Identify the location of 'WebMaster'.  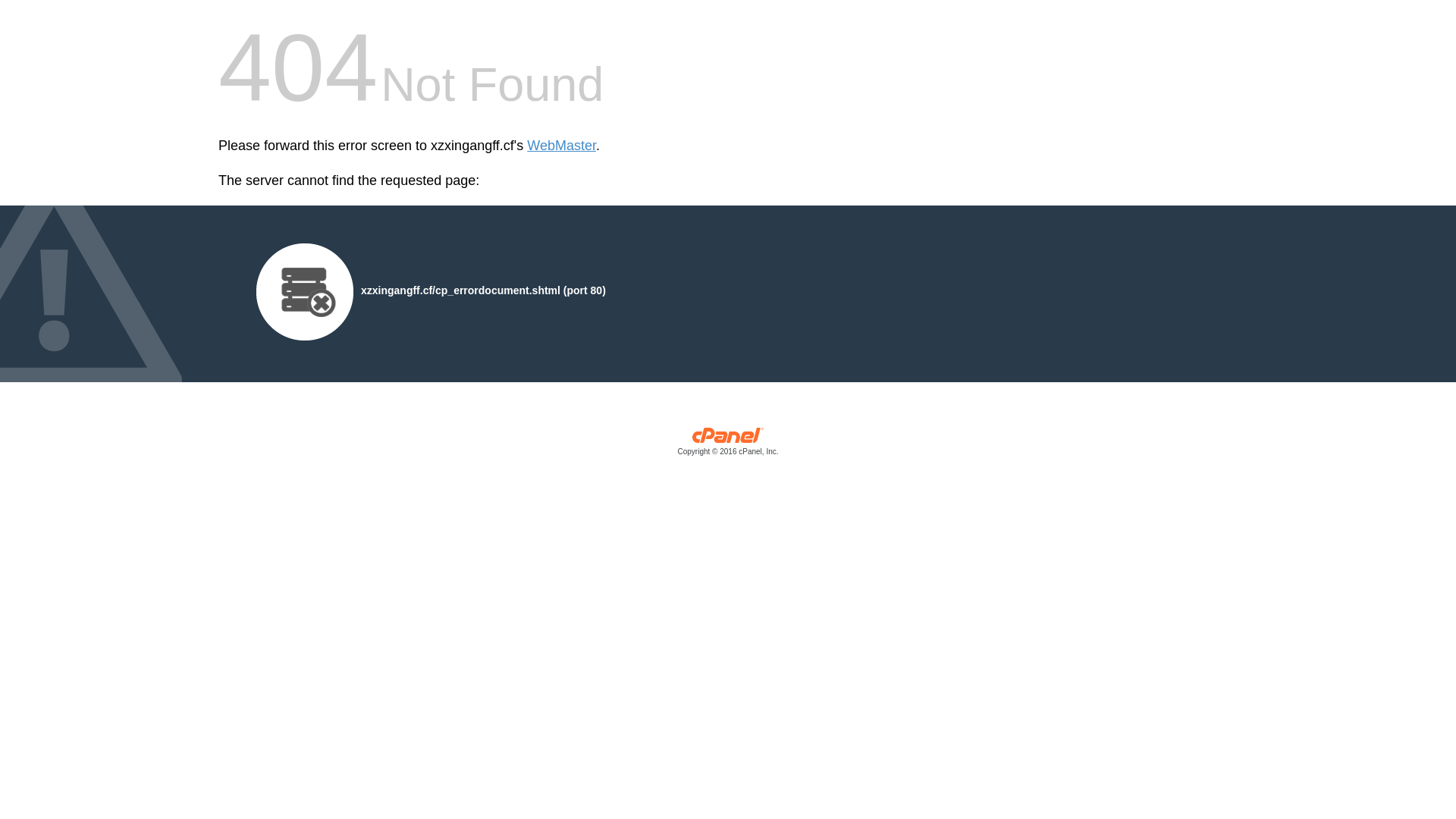
(560, 146).